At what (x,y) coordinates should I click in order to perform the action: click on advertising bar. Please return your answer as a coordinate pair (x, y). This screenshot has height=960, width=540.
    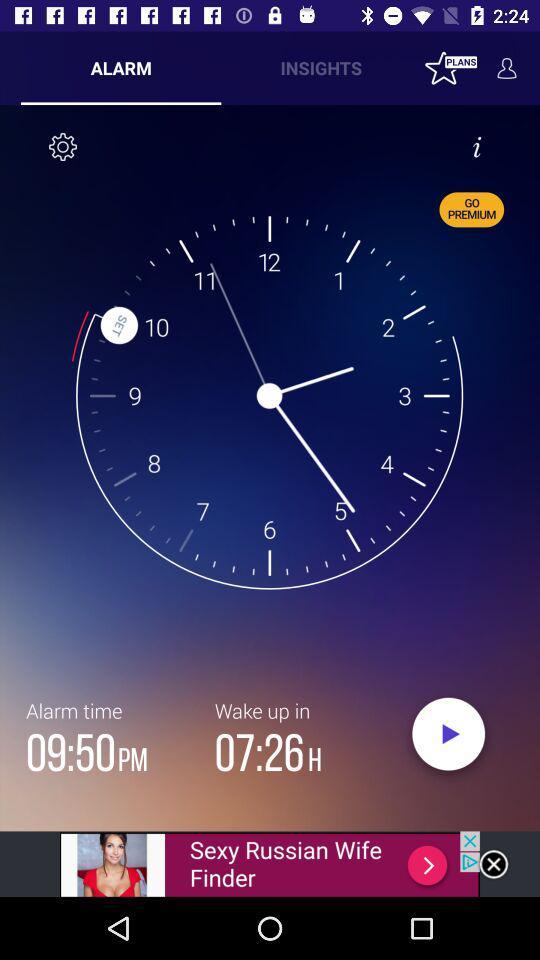
    Looking at the image, I should click on (270, 863).